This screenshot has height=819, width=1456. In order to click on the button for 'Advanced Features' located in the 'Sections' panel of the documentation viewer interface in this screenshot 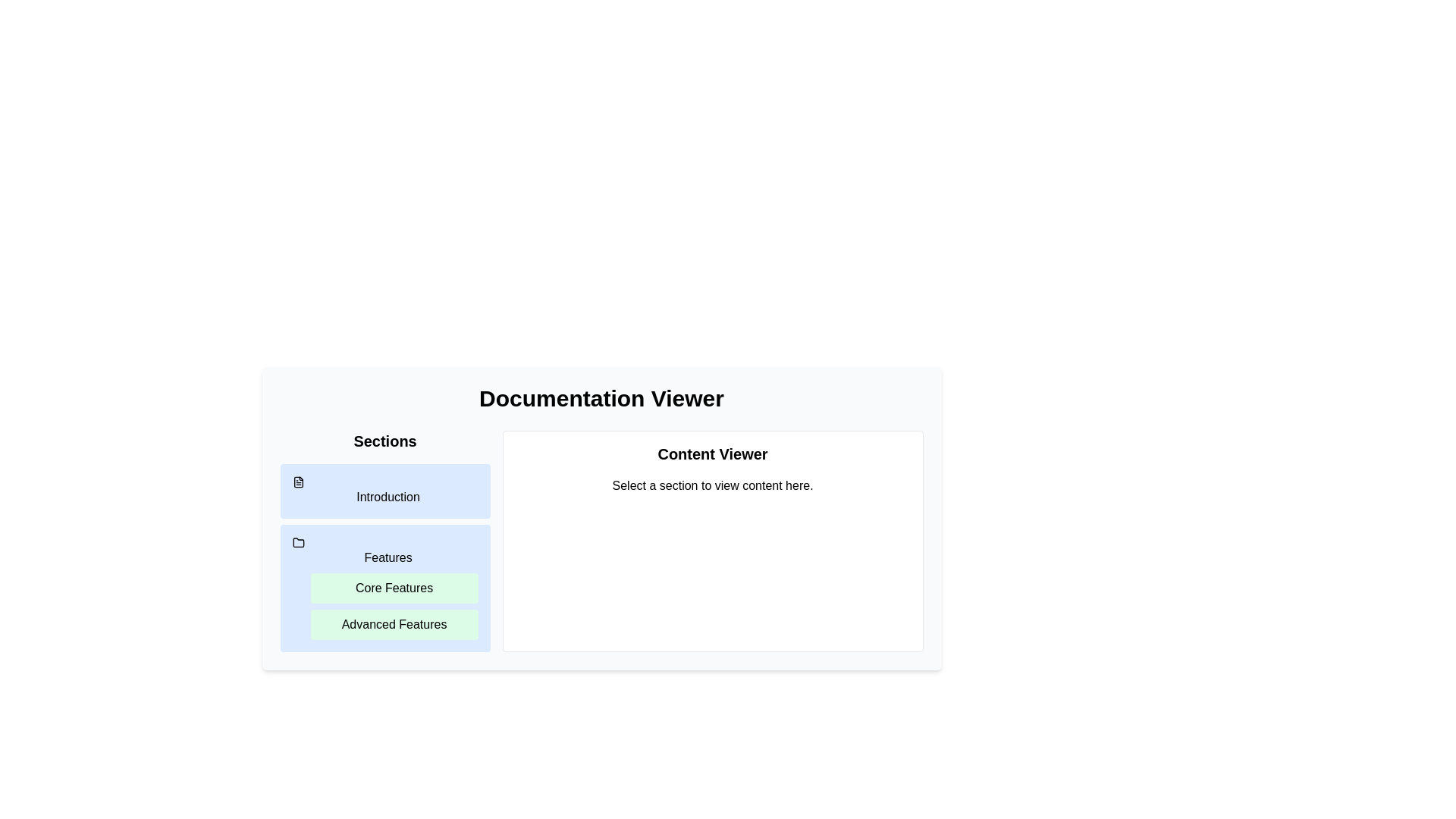, I will do `click(394, 625)`.